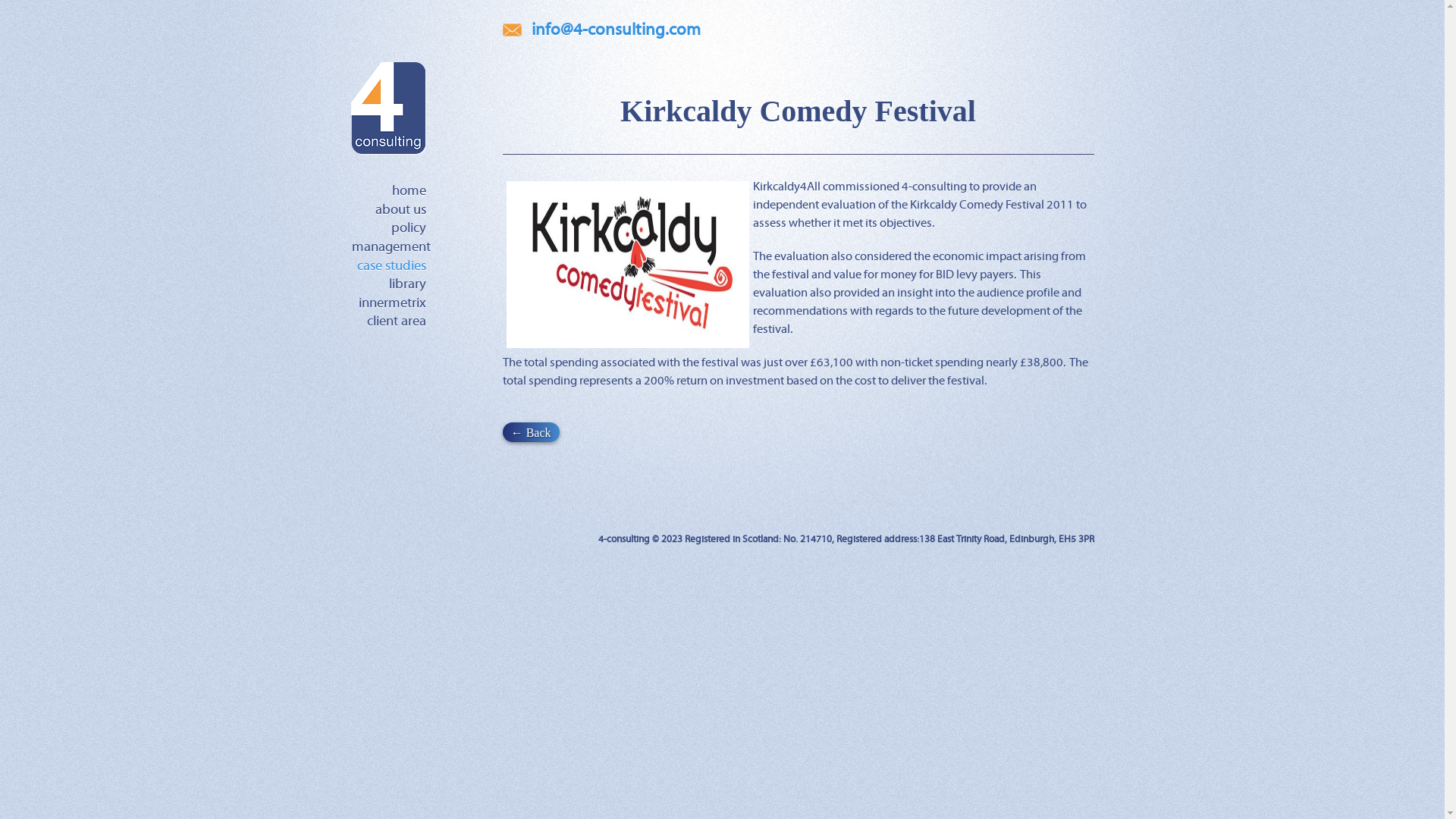  Describe the element at coordinates (391, 246) in the screenshot. I see `'management'` at that location.